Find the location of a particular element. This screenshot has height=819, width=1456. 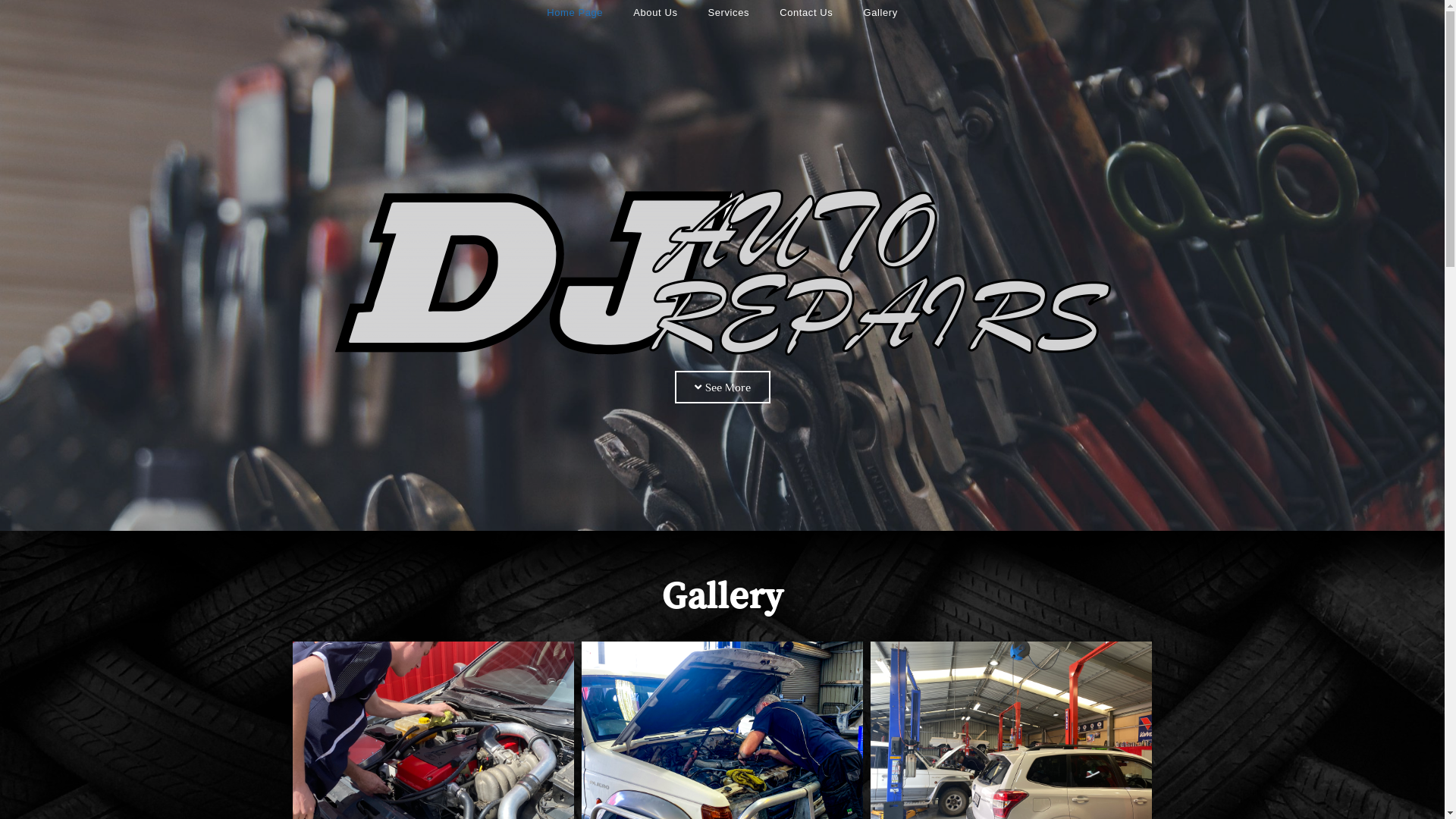

'See More' is located at coordinates (722, 385).